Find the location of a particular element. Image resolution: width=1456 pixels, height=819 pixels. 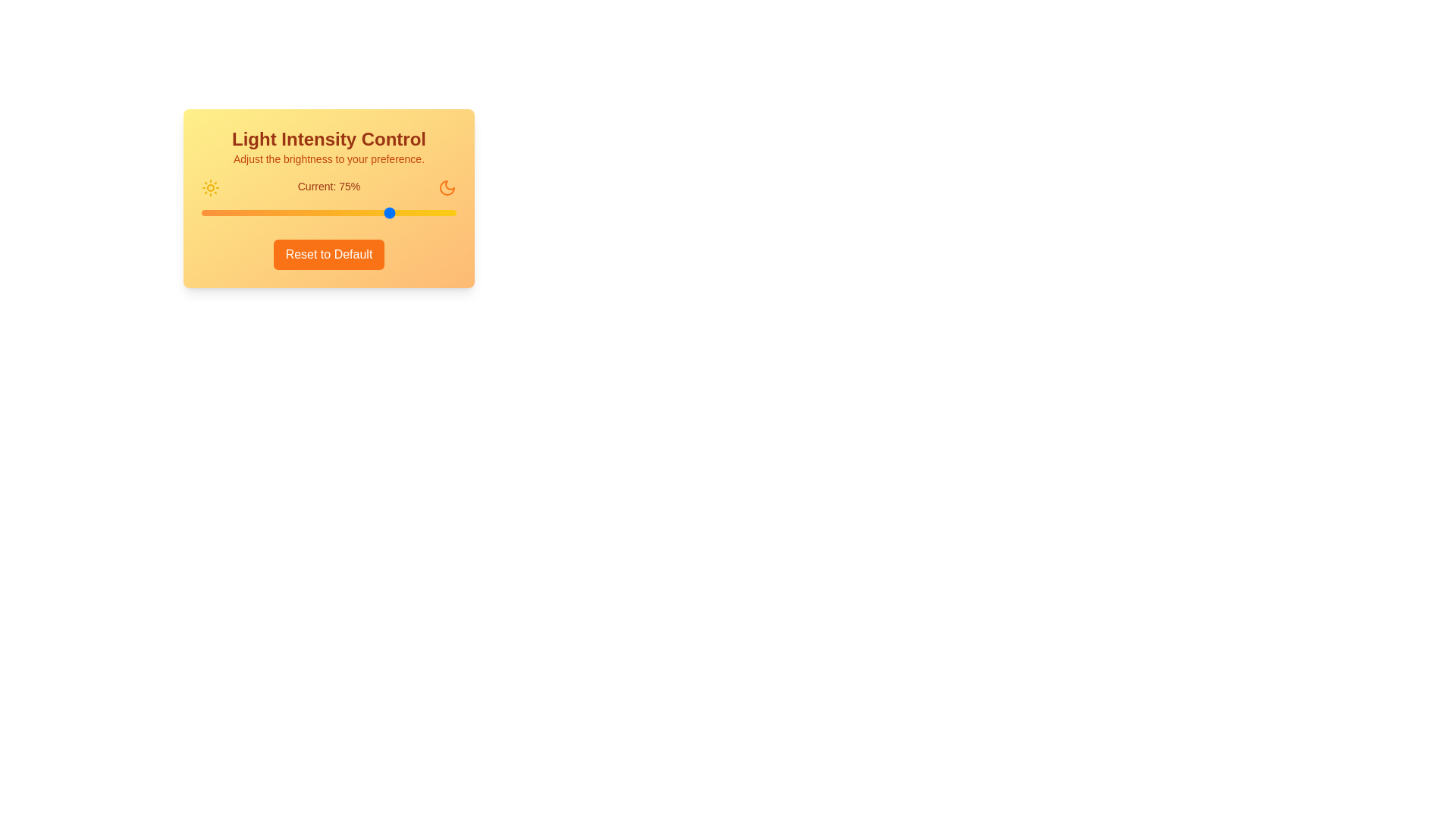

the light intensity to 7% by interacting with the slider is located at coordinates (218, 213).